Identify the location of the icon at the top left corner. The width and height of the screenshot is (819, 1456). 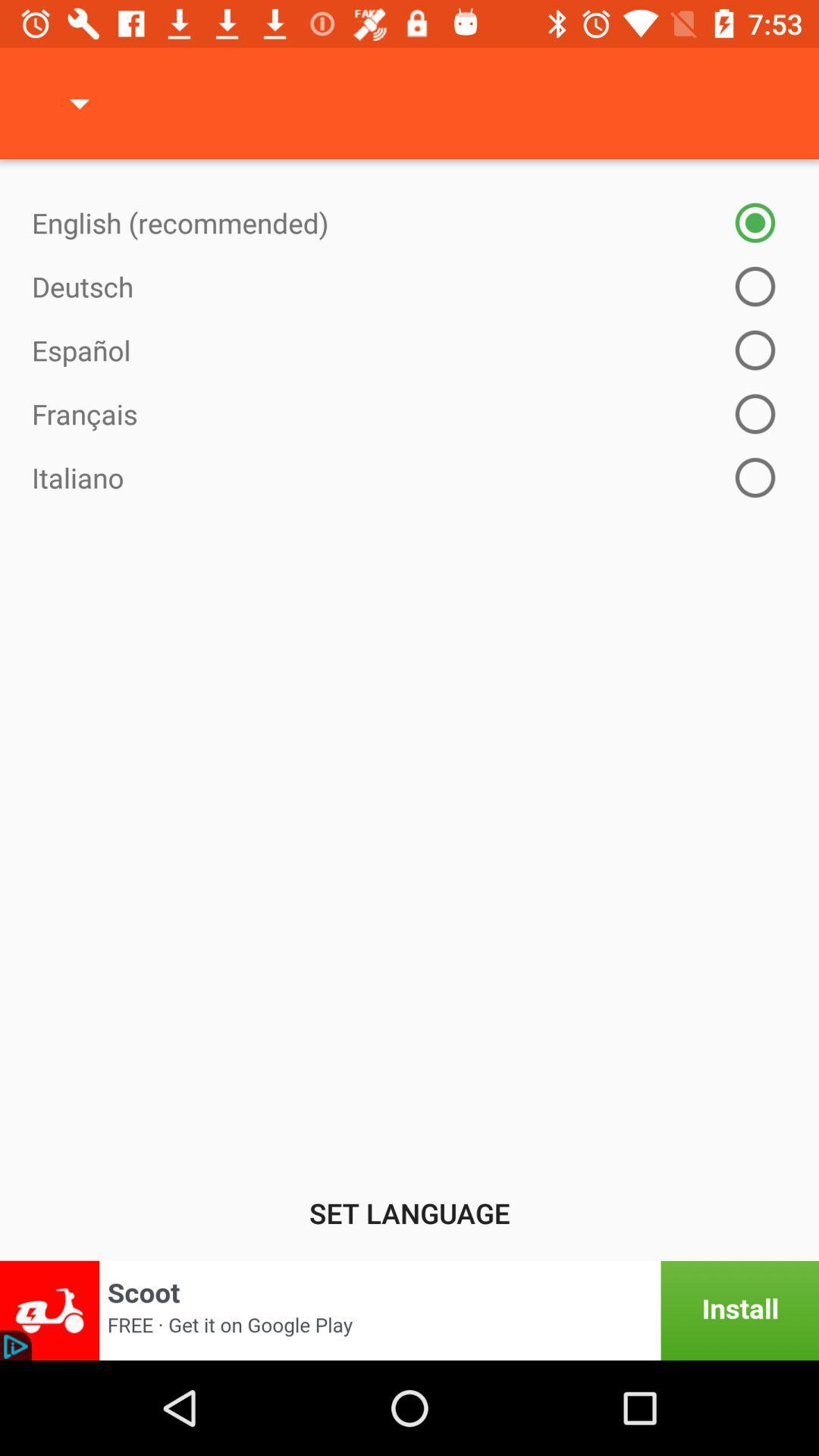
(79, 102).